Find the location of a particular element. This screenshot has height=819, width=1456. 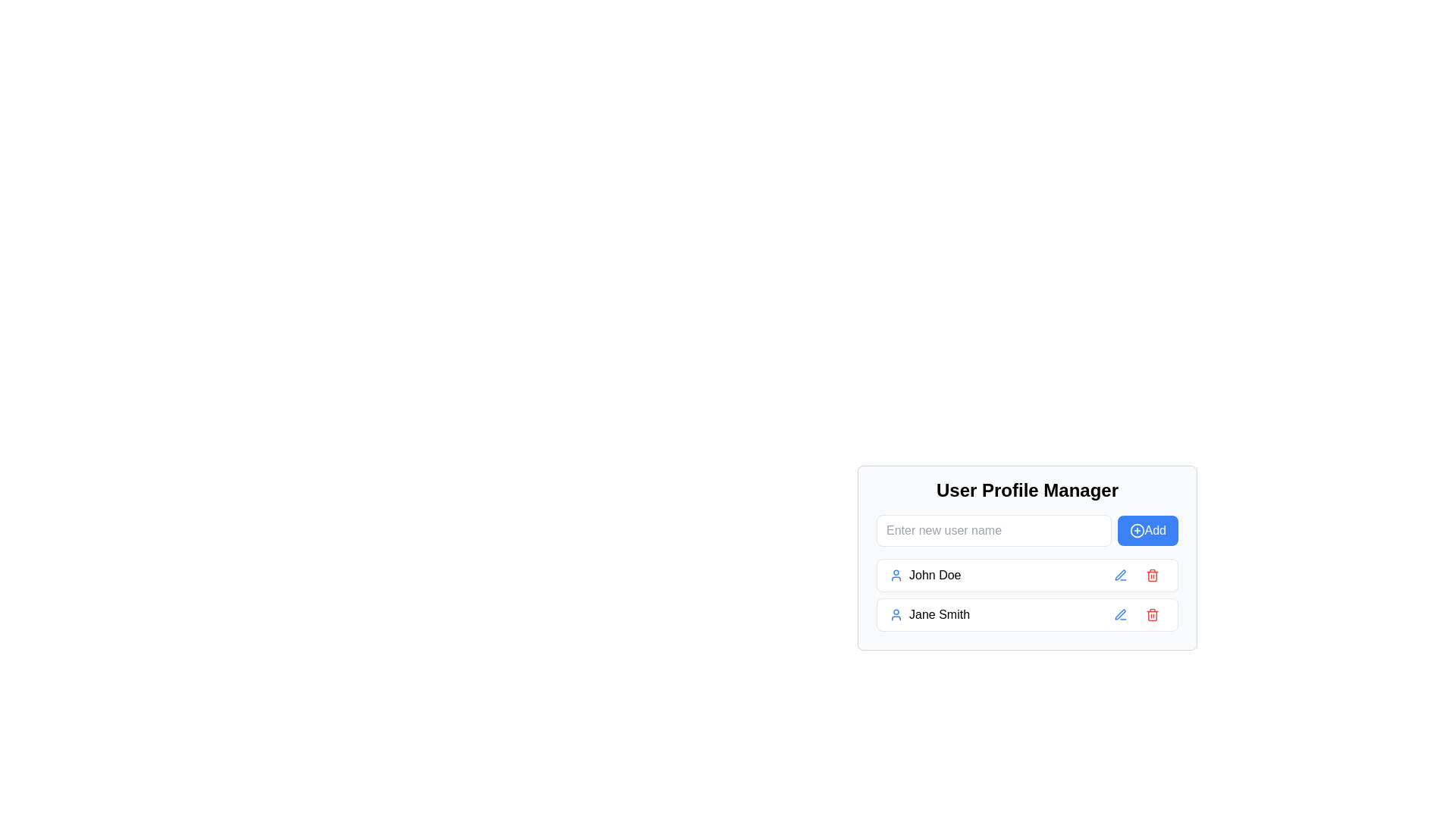

the pen icon located in the first row of user profiles next to 'John Doe' is located at coordinates (1120, 614).